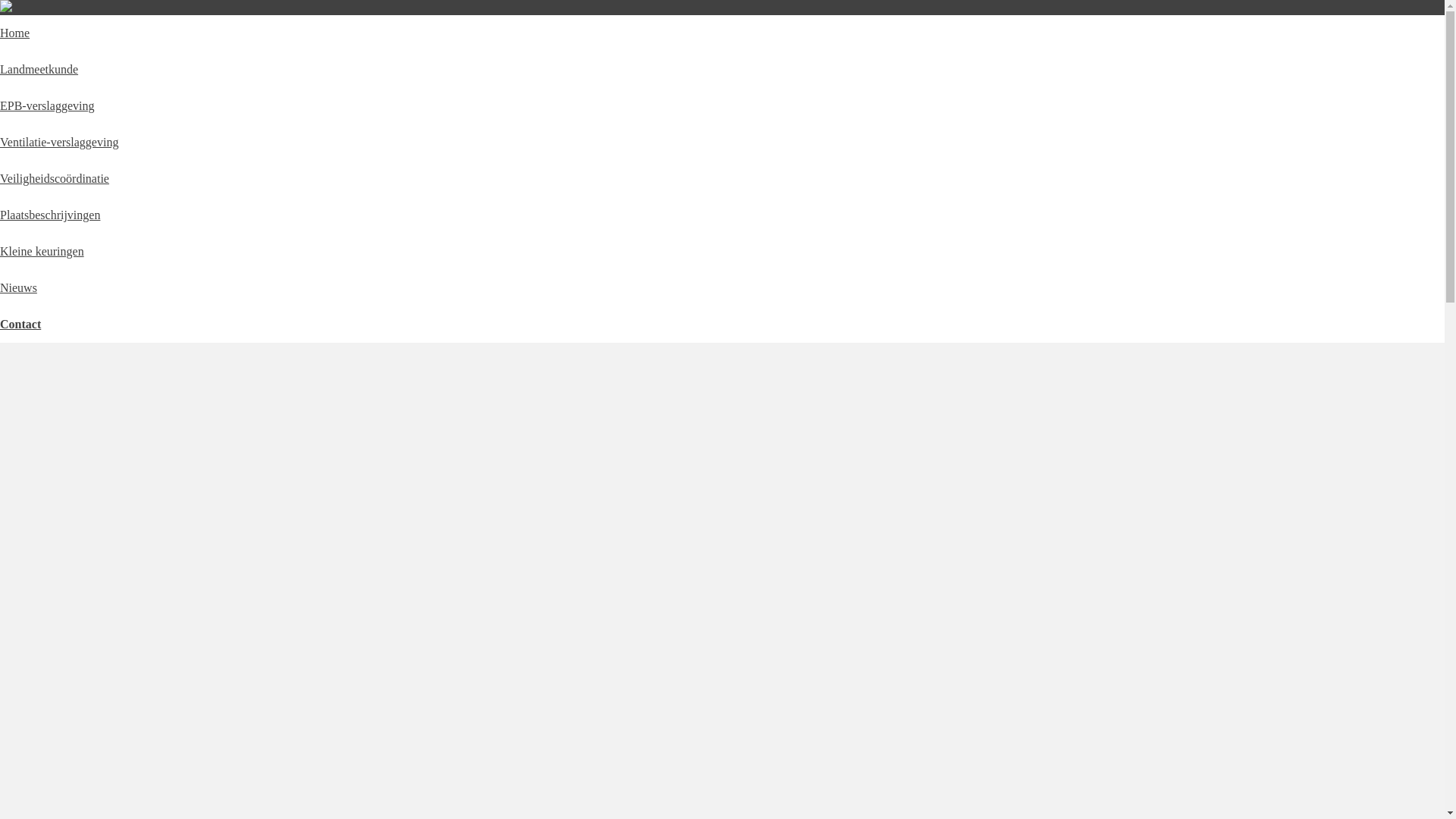 The width and height of the screenshot is (1456, 819). I want to click on 'Contact', so click(20, 323).